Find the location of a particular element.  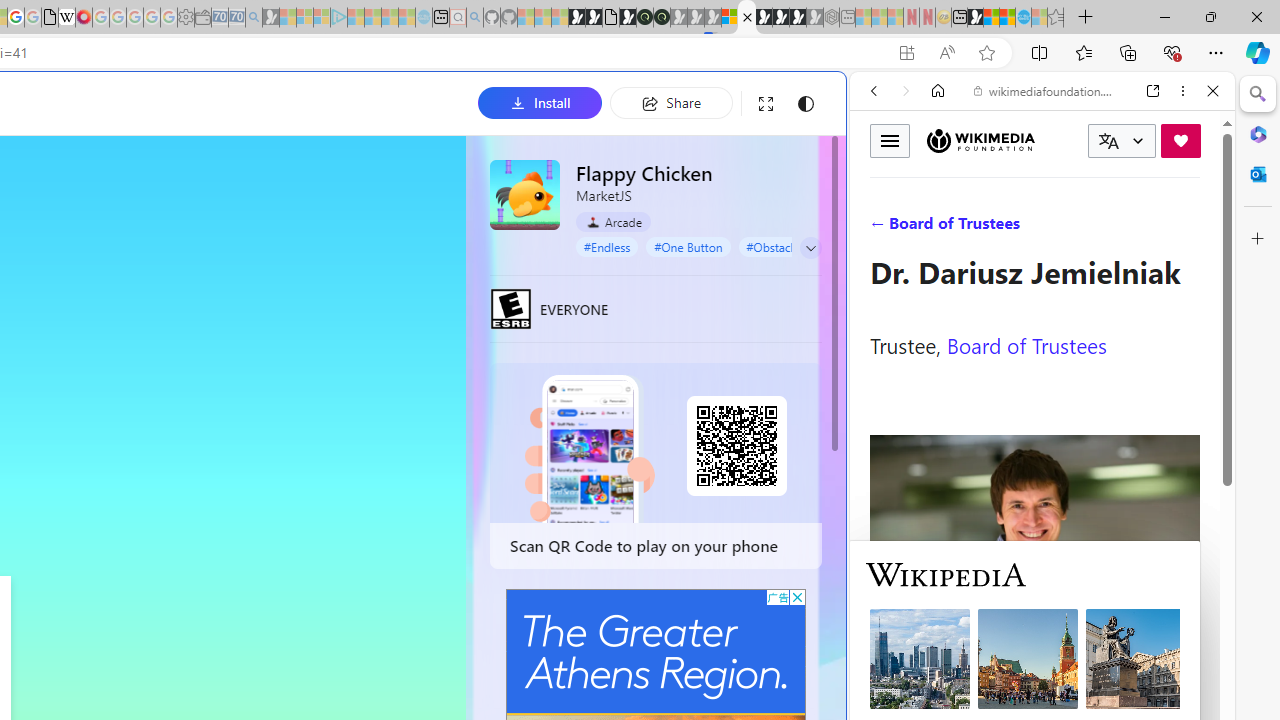

'Arcade' is located at coordinates (612, 221).